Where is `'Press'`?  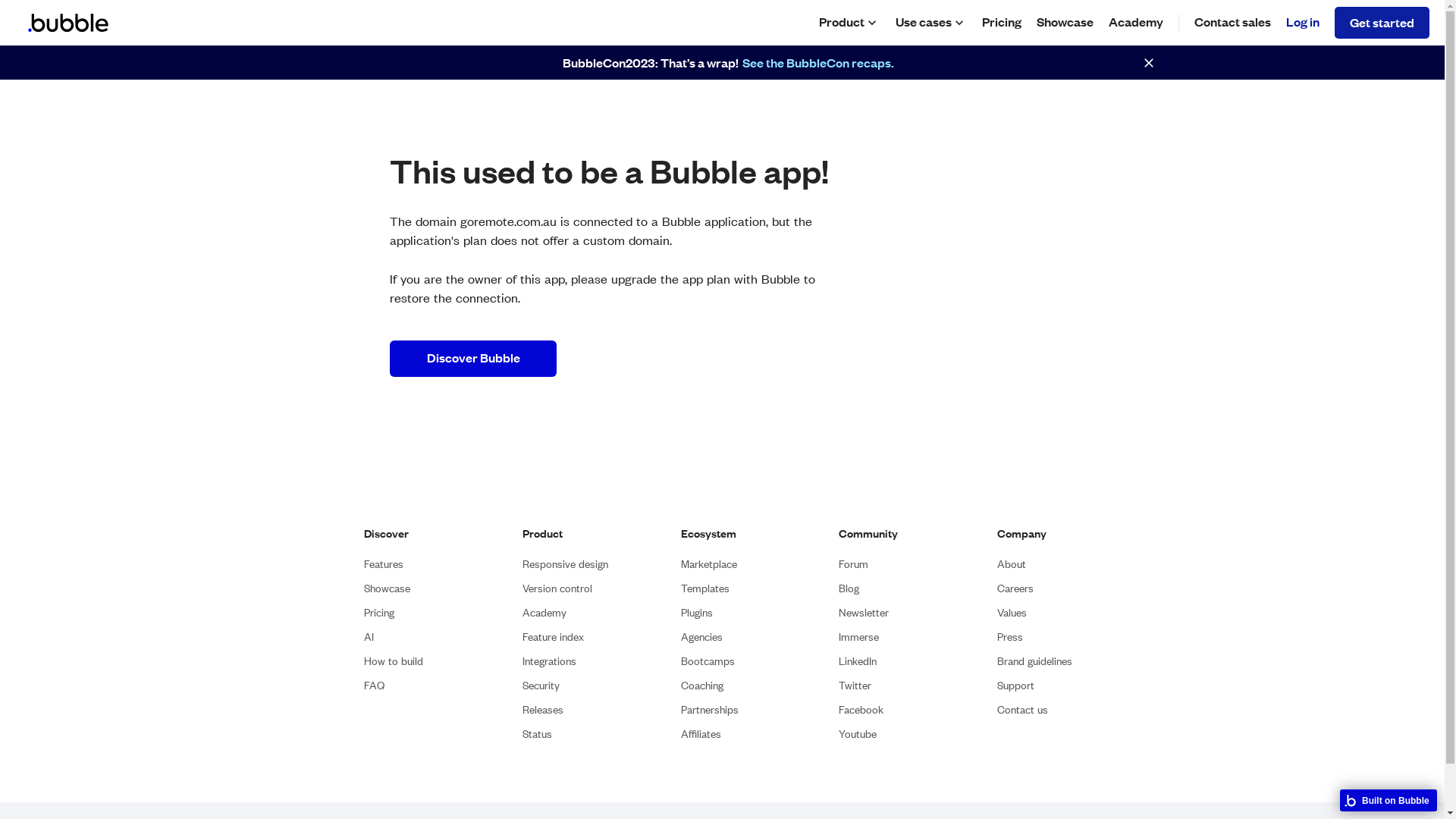
'Press' is located at coordinates (997, 636).